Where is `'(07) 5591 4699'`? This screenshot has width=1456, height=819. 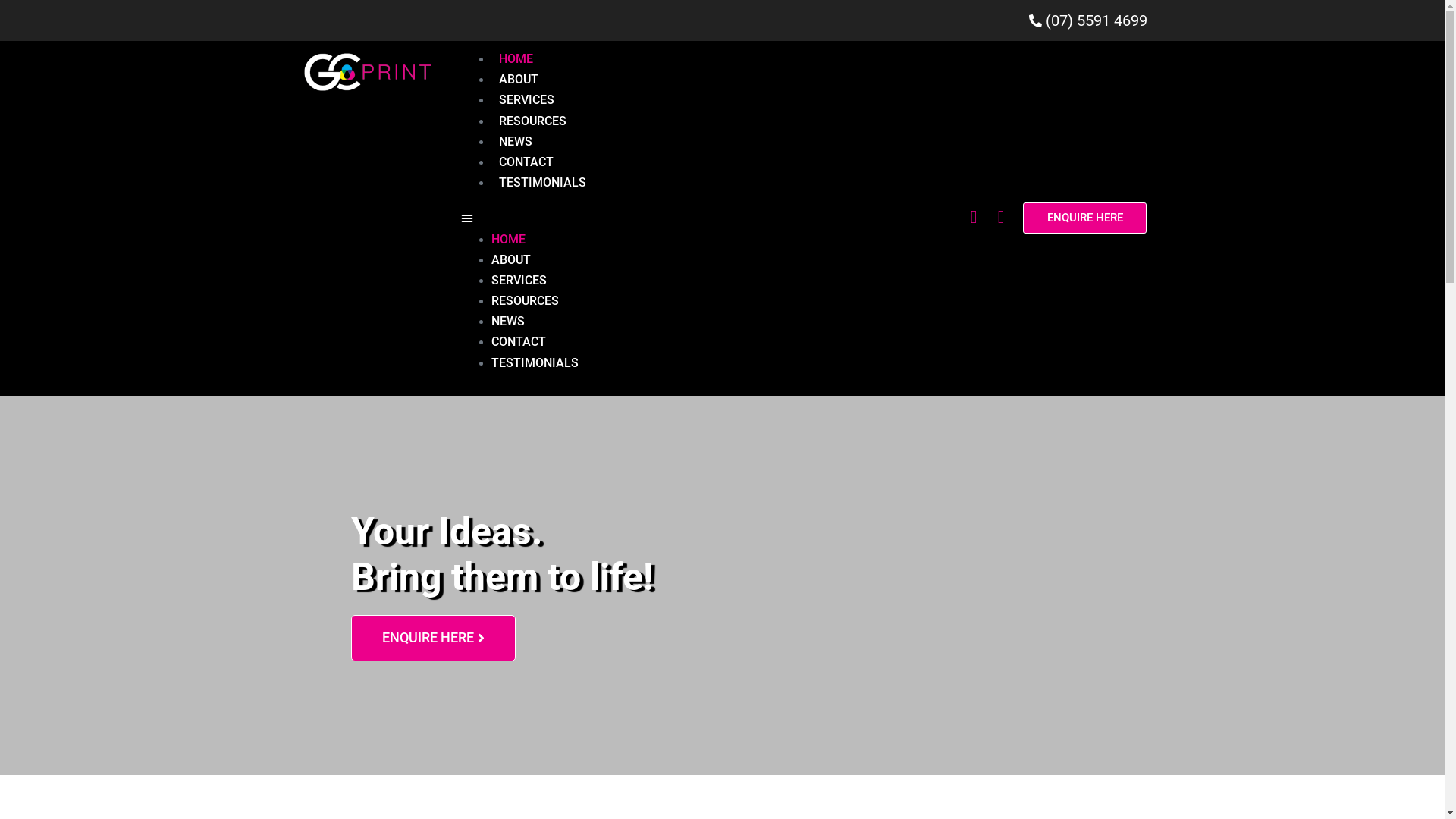
'(07) 5591 4699' is located at coordinates (720, 20).